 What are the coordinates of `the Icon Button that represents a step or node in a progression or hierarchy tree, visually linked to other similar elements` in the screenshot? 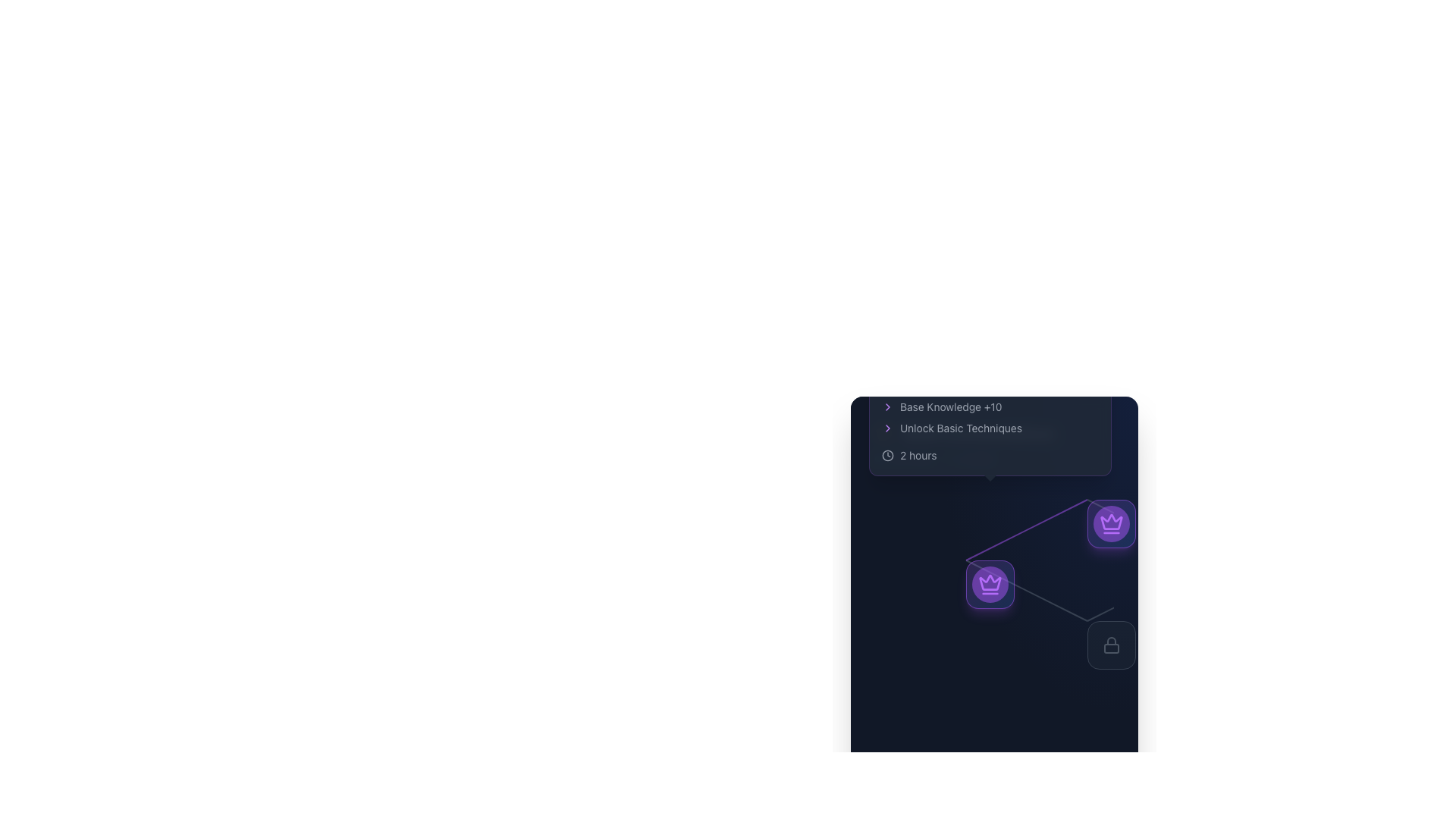 It's located at (990, 584).